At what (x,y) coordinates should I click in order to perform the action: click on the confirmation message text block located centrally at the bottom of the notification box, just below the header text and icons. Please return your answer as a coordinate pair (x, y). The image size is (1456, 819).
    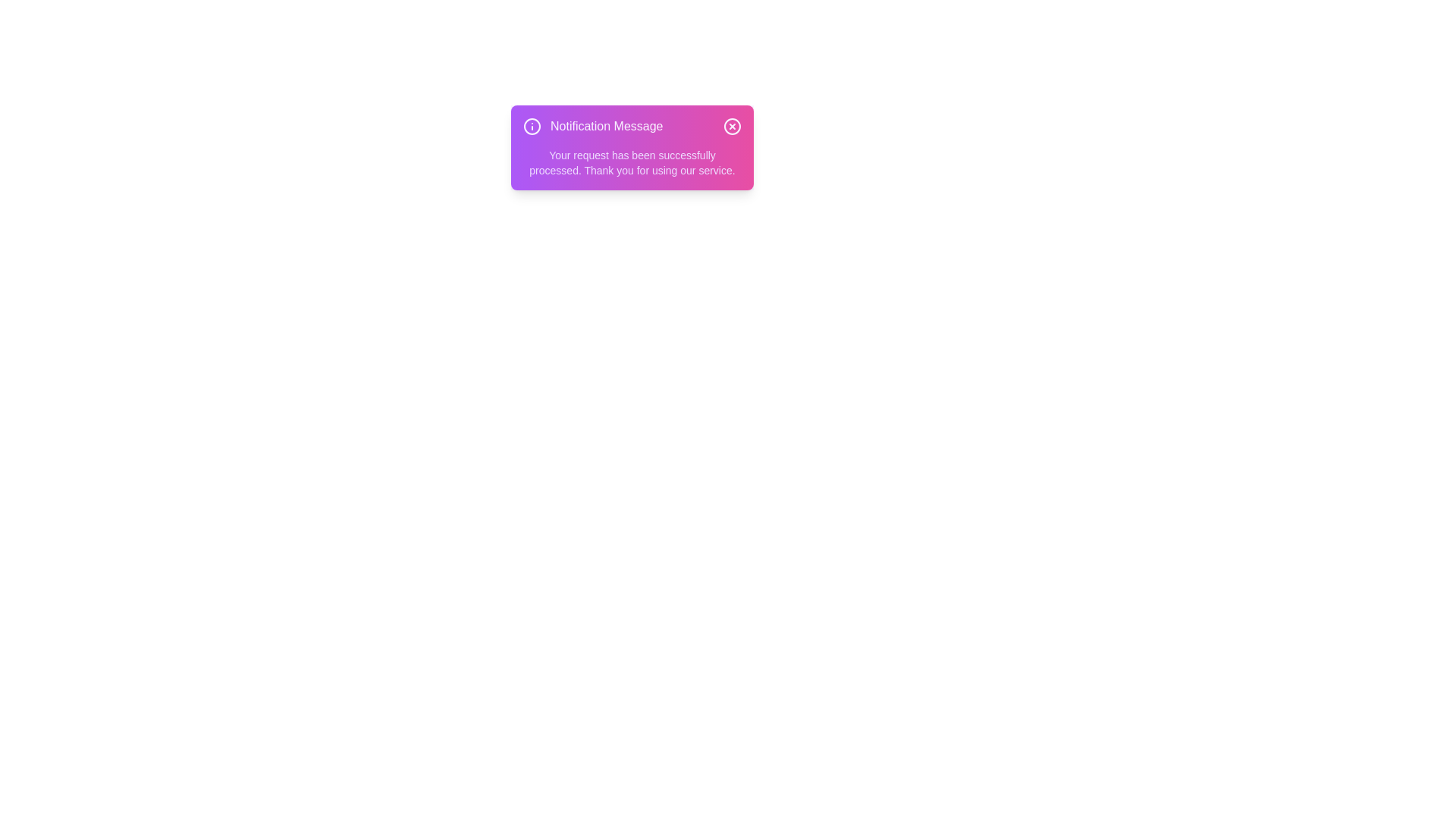
    Looking at the image, I should click on (632, 163).